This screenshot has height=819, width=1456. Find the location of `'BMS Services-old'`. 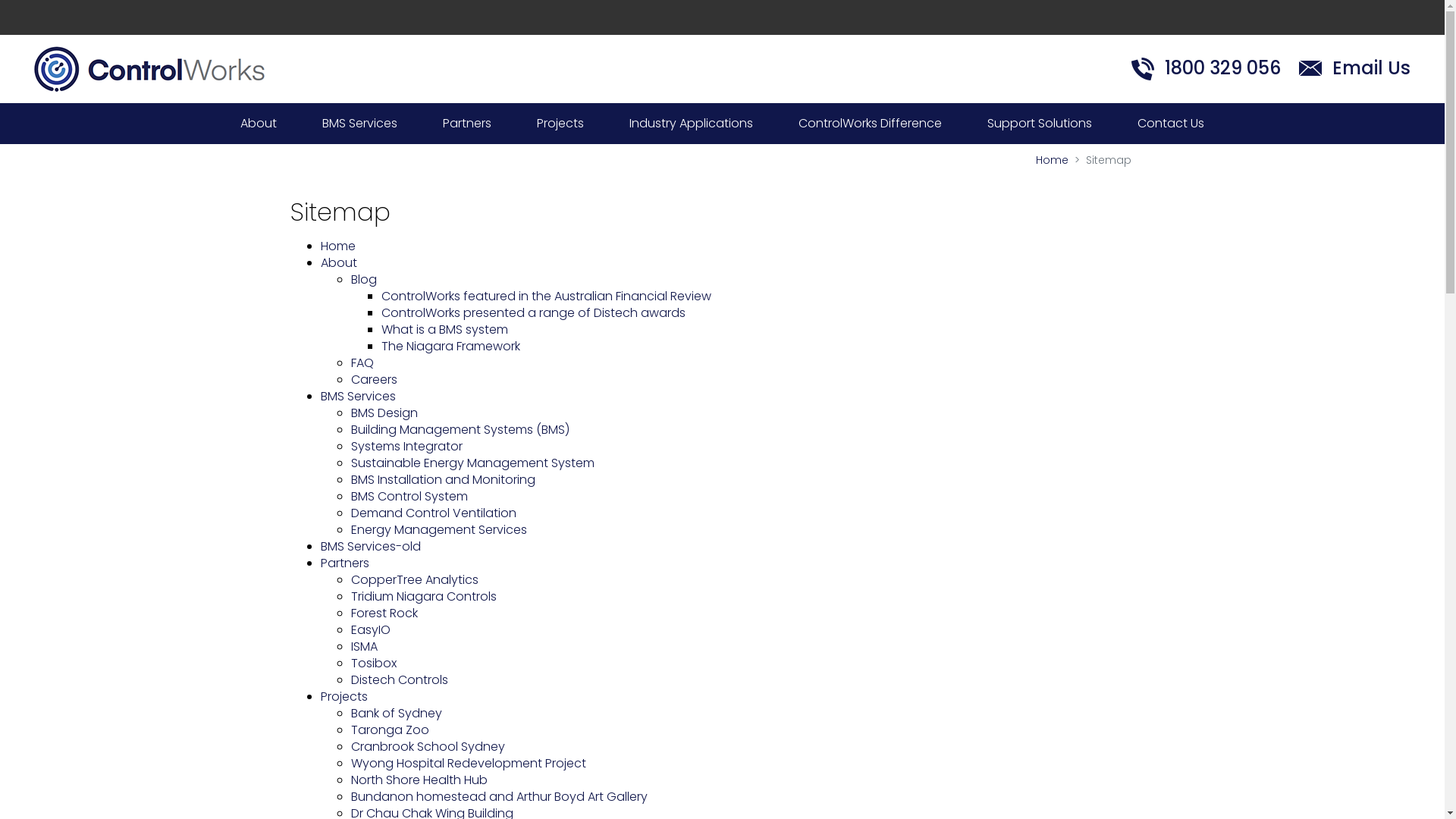

'BMS Services-old' is located at coordinates (370, 546).